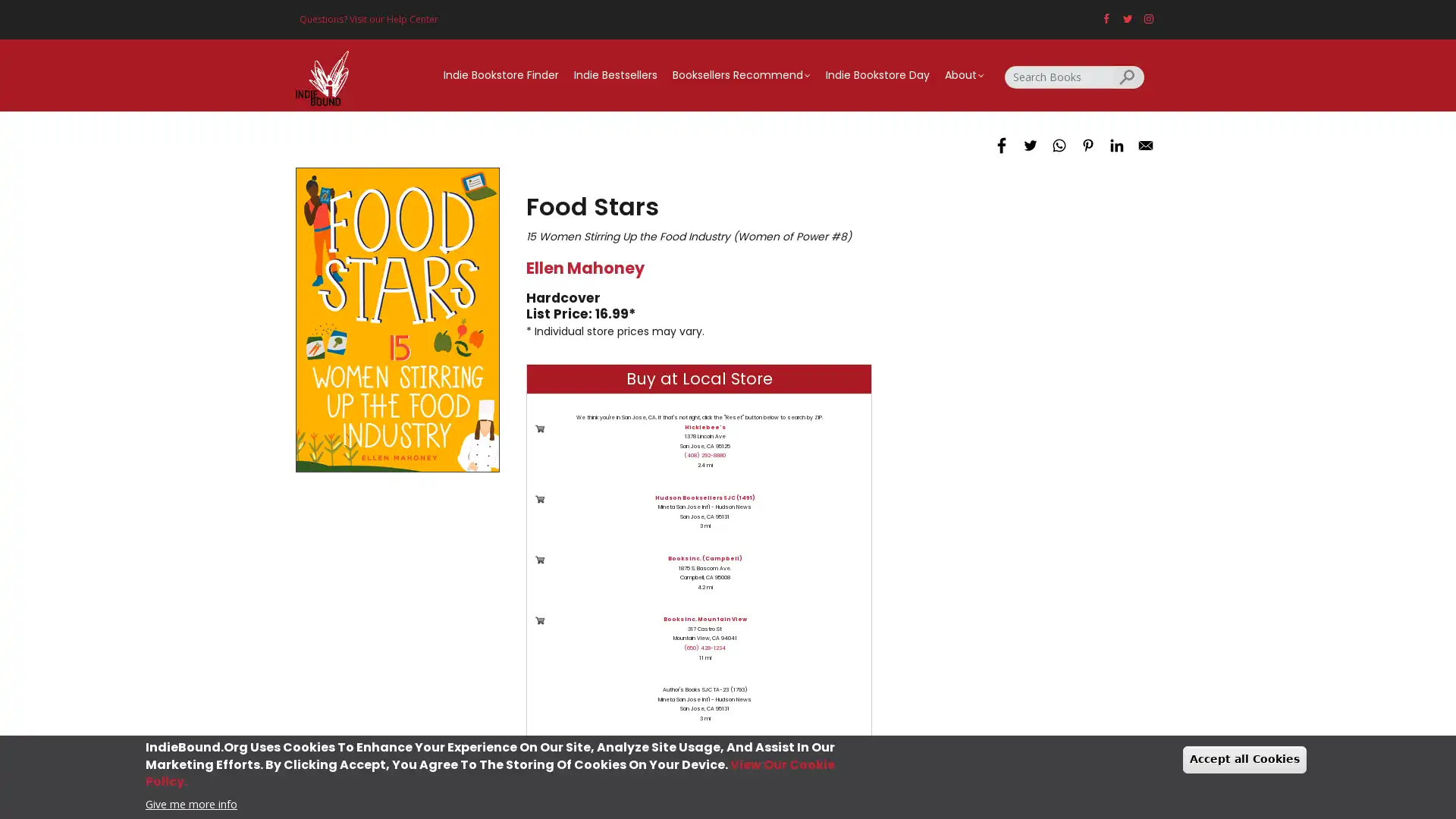  What do you see at coordinates (730, 765) in the screenshot?
I see `Show 5 More` at bounding box center [730, 765].